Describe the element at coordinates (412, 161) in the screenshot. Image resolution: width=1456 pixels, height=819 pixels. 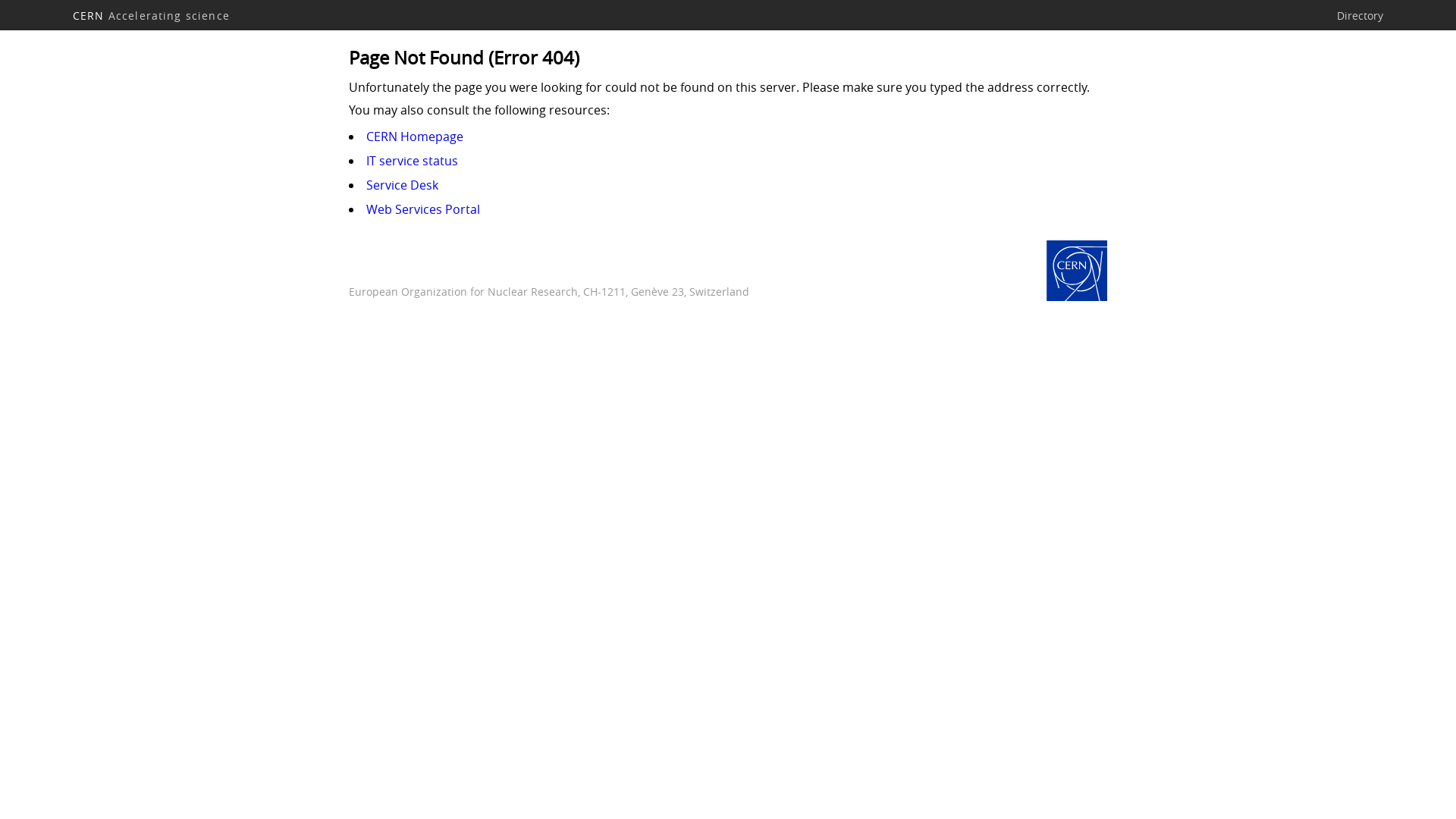
I see `'IT service status'` at that location.